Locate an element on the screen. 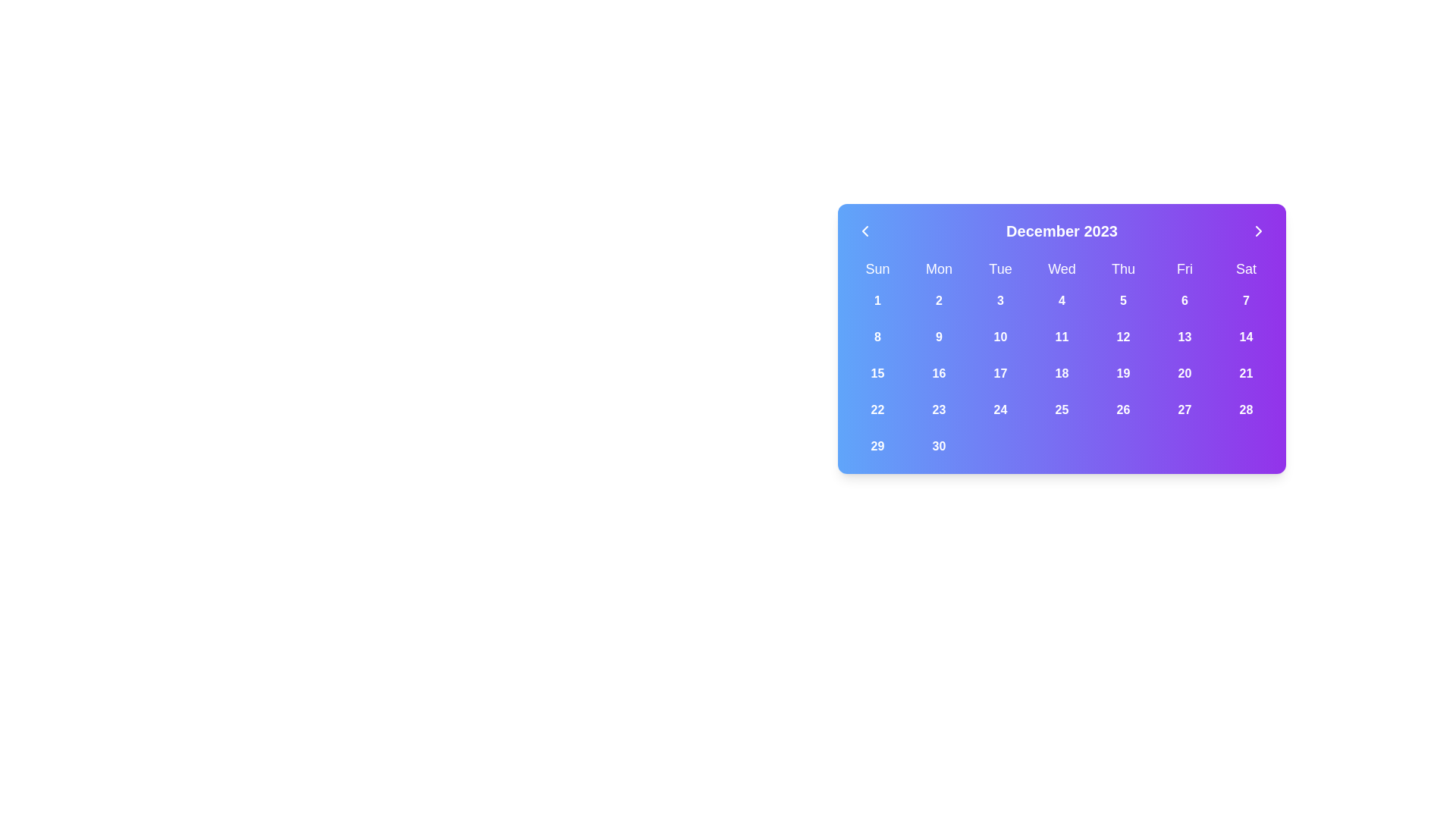  the right-pointing chevron arrow button located in the top-right corner of the calendar interface is located at coordinates (1259, 231).